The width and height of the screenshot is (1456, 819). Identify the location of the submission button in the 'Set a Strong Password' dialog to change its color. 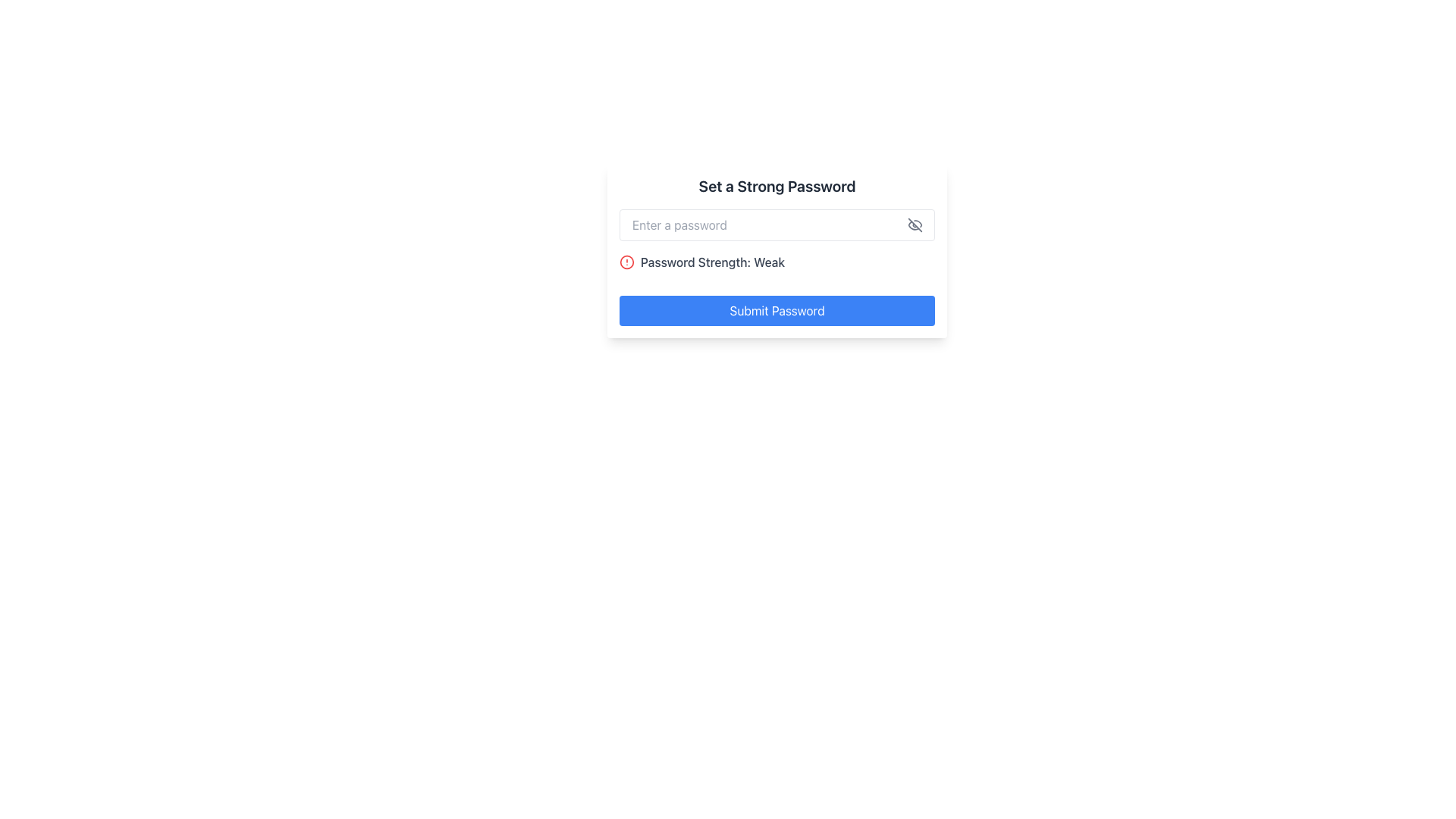
(777, 309).